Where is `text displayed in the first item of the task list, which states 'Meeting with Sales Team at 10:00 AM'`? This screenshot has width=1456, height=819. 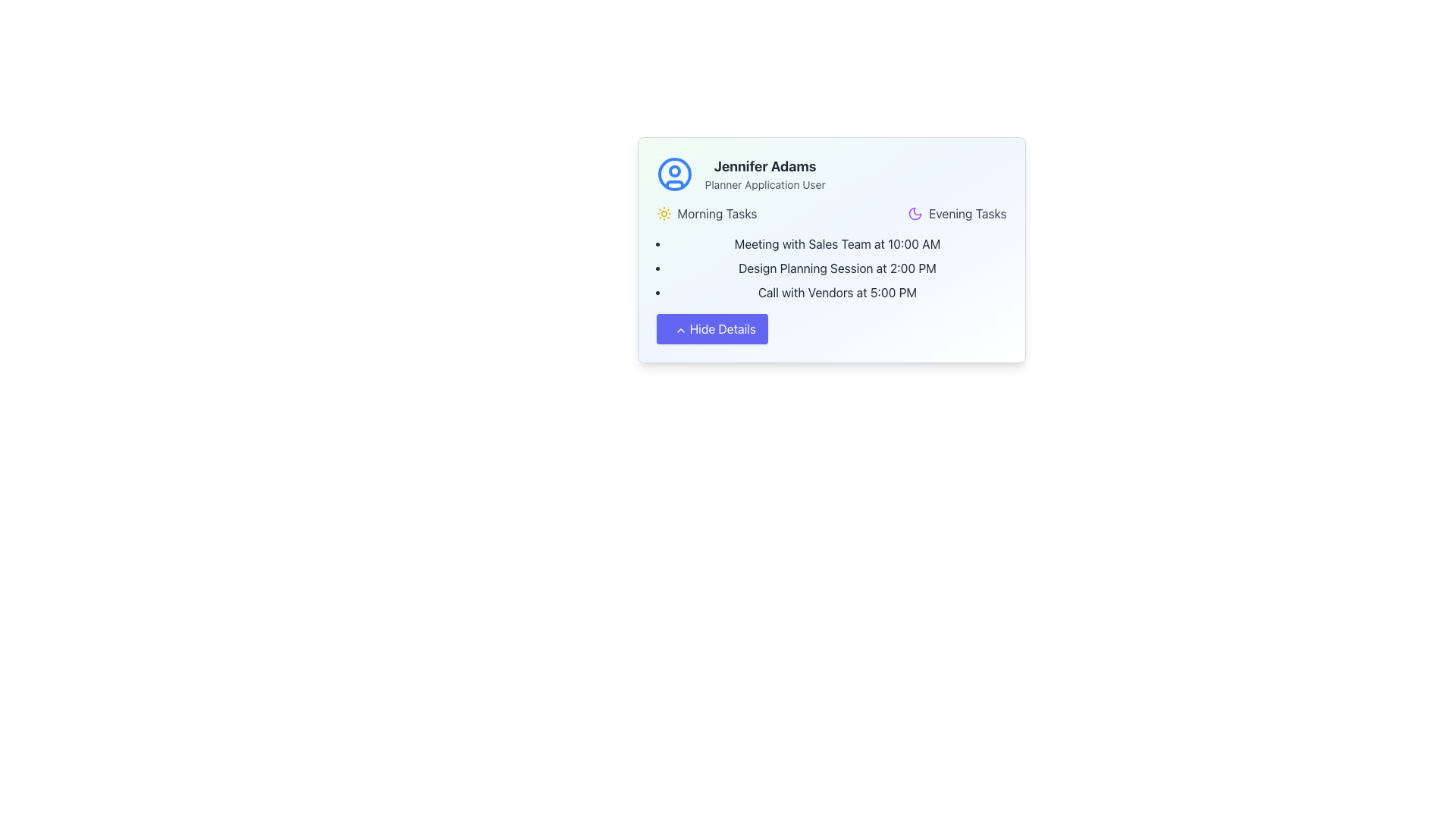
text displayed in the first item of the task list, which states 'Meeting with Sales Team at 10:00 AM' is located at coordinates (836, 243).